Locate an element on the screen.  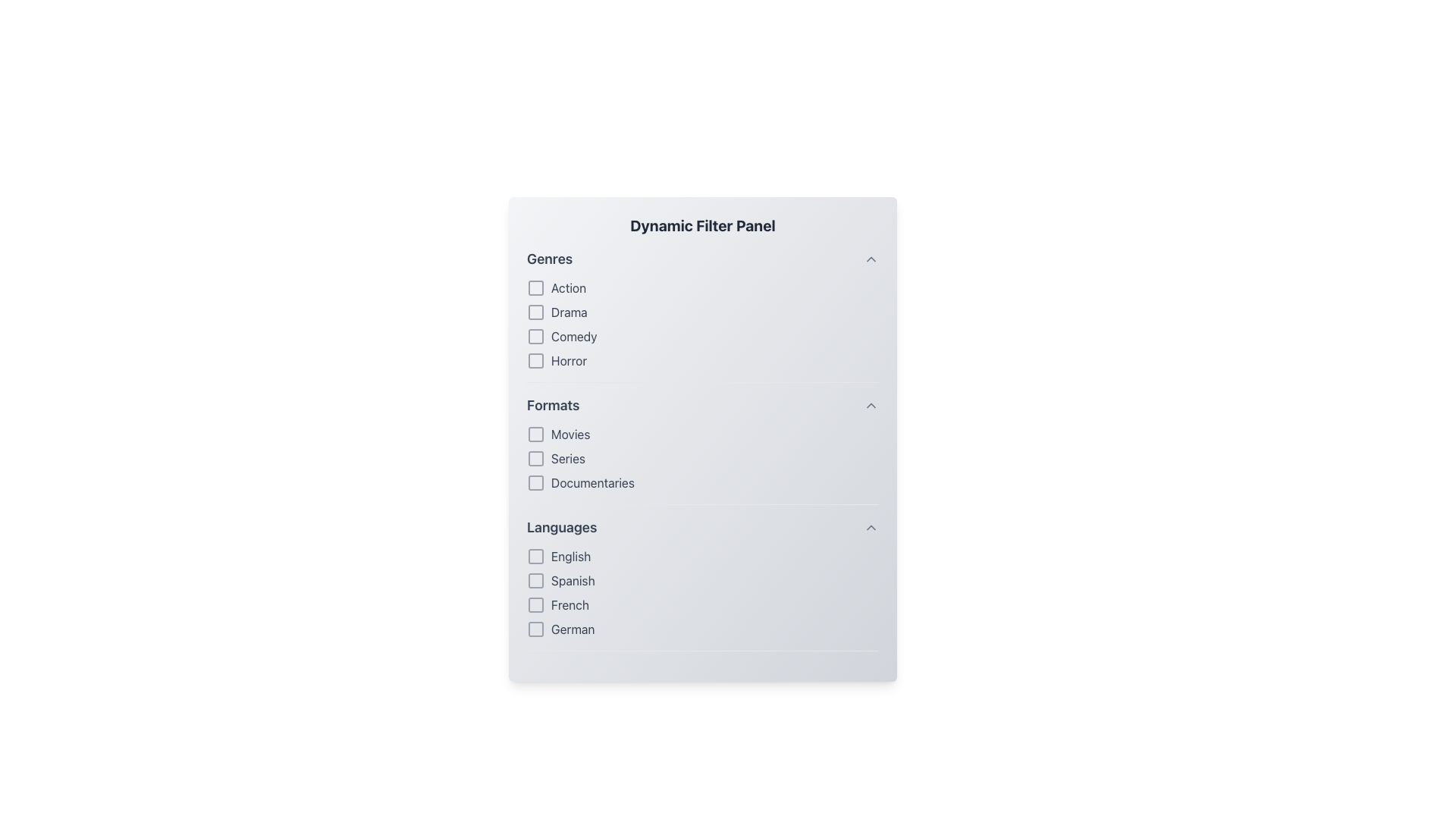
the checkbox labeled 'Movies' in the 'Formats' section of the filter panel for accessibility navigation is located at coordinates (701, 435).